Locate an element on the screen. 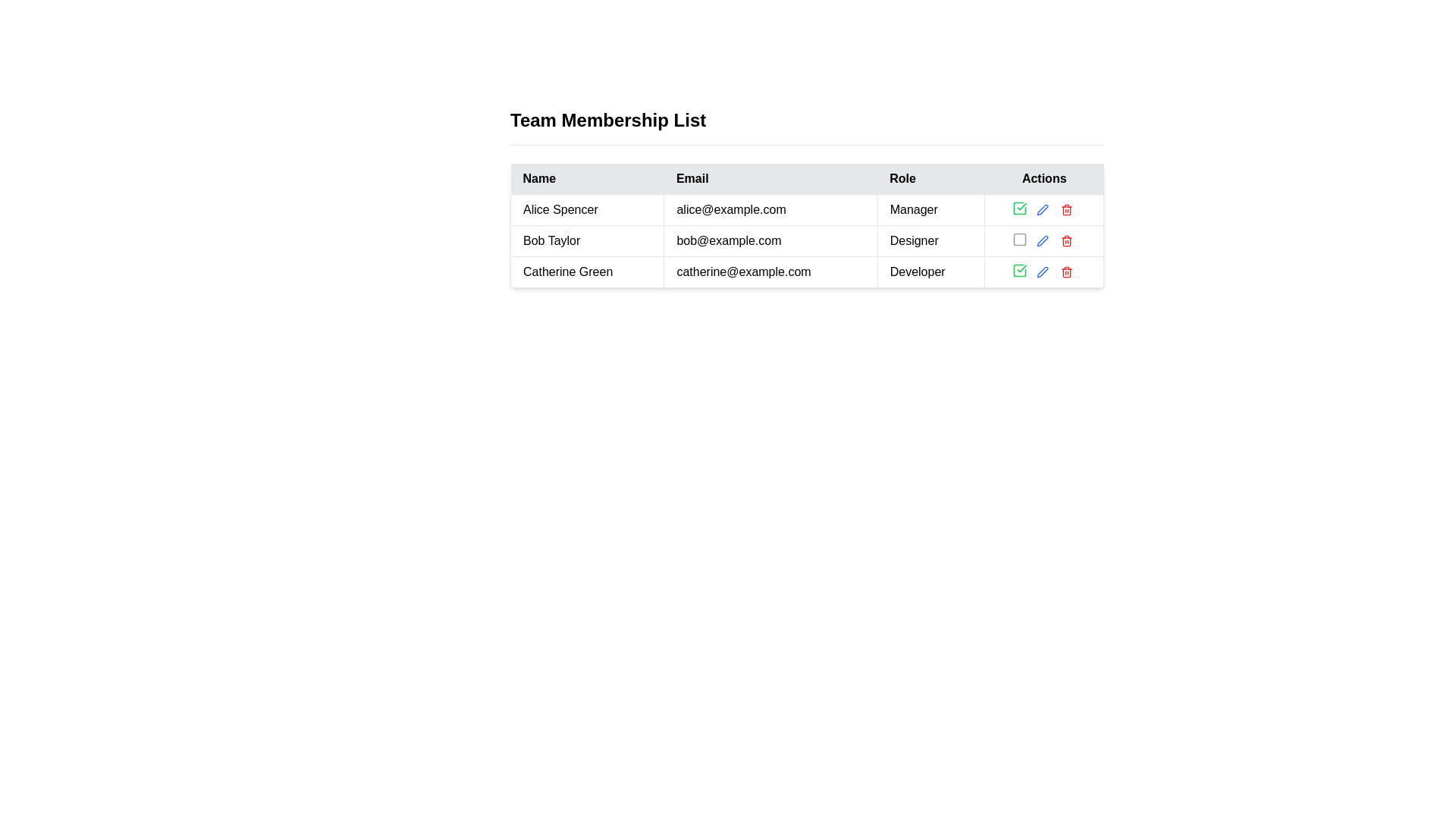  the header text labeled 'Team Membership List' that is prominently displayed at the top of the section, above the team members' table is located at coordinates (608, 119).